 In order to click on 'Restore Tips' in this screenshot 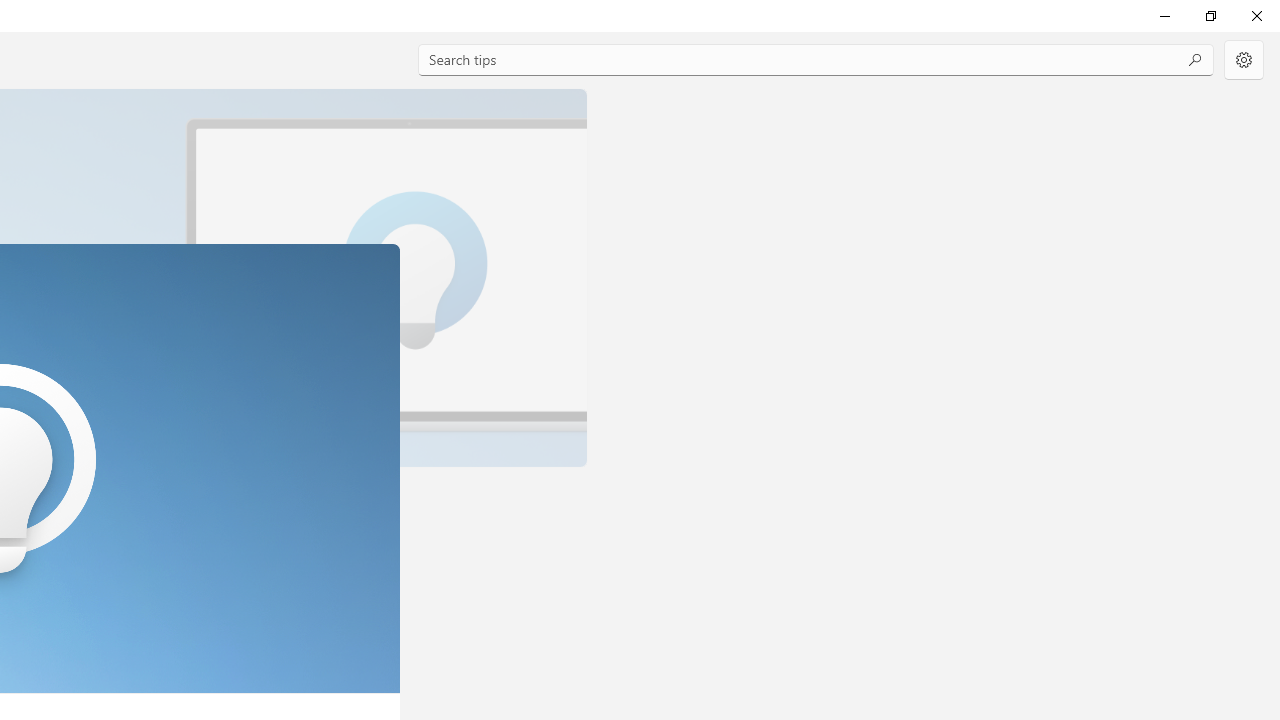, I will do `click(1209, 15)`.